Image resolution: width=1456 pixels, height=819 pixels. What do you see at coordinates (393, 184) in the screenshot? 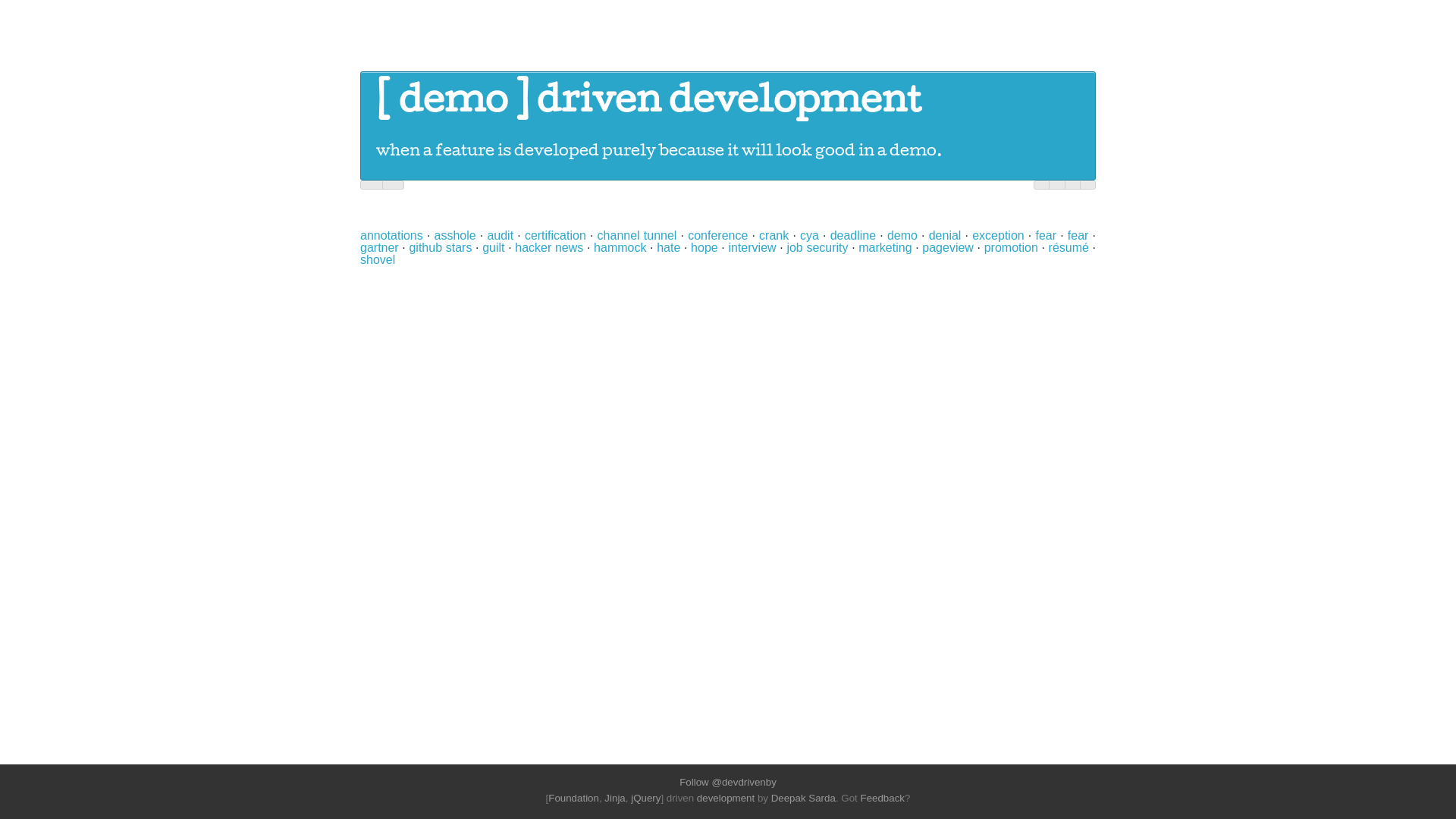
I see `'next'` at bounding box center [393, 184].